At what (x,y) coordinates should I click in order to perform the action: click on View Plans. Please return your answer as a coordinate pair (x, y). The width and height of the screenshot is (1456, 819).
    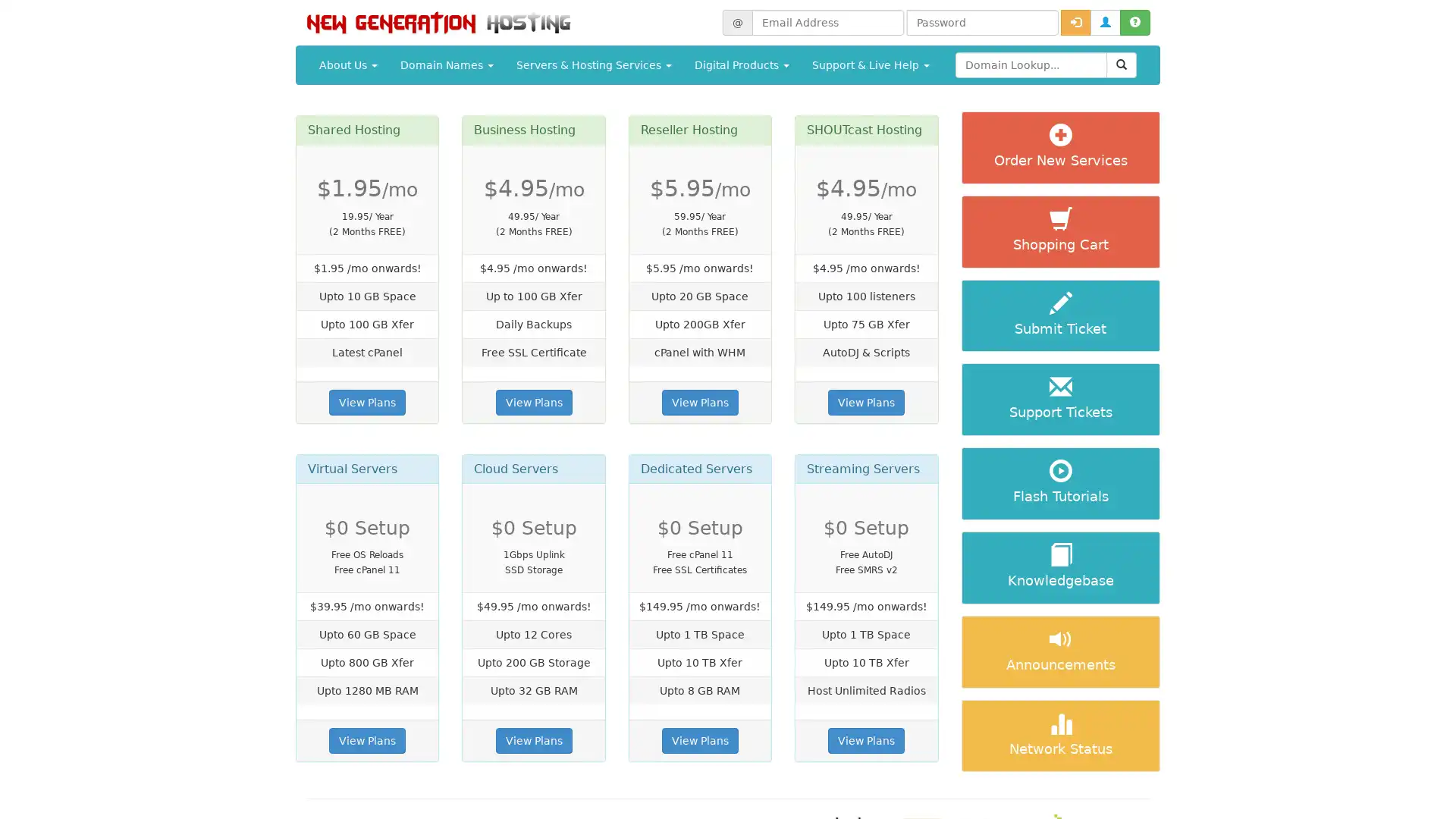
    Looking at the image, I should click on (367, 400).